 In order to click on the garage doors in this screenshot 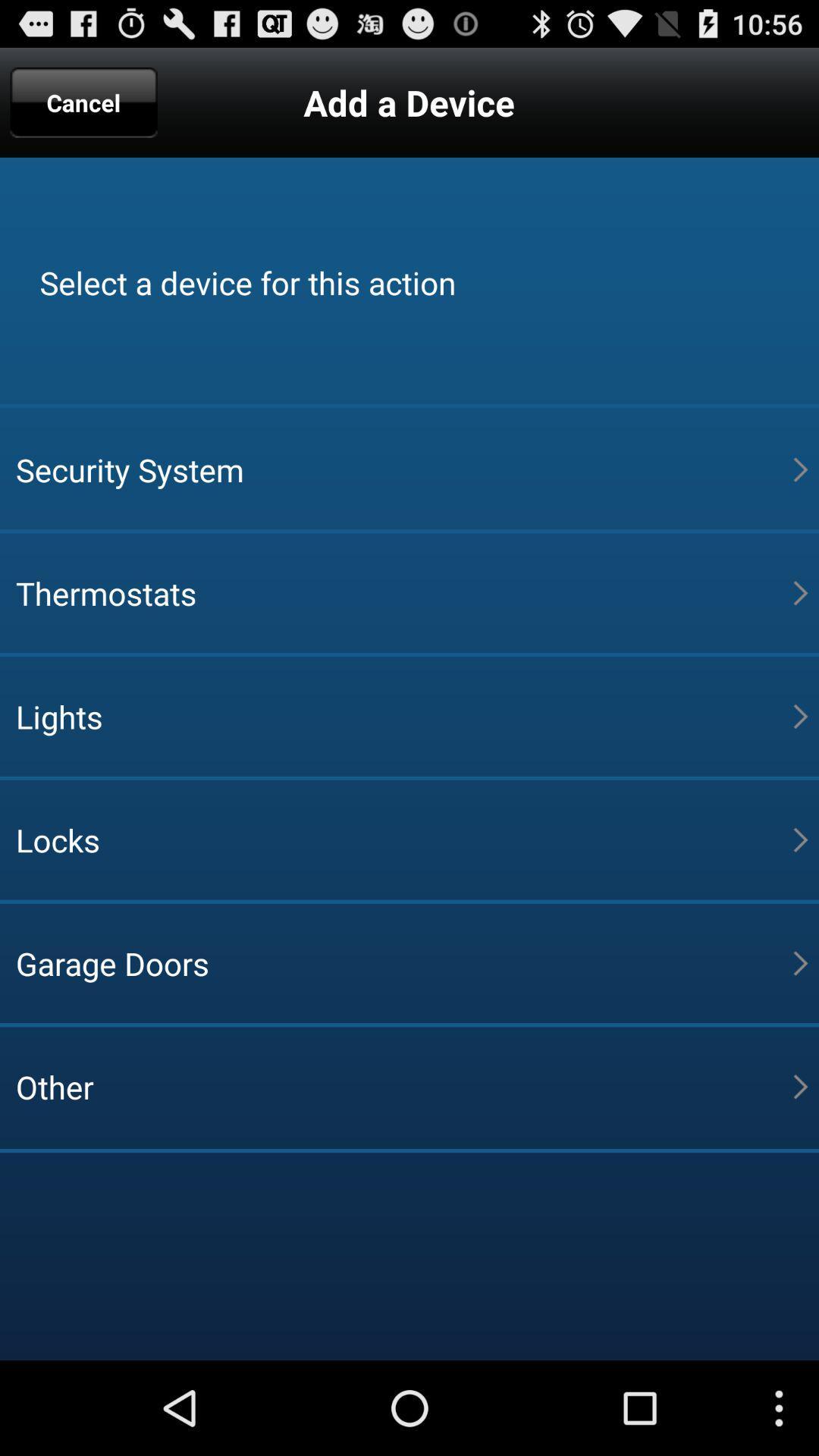, I will do `click(403, 962)`.